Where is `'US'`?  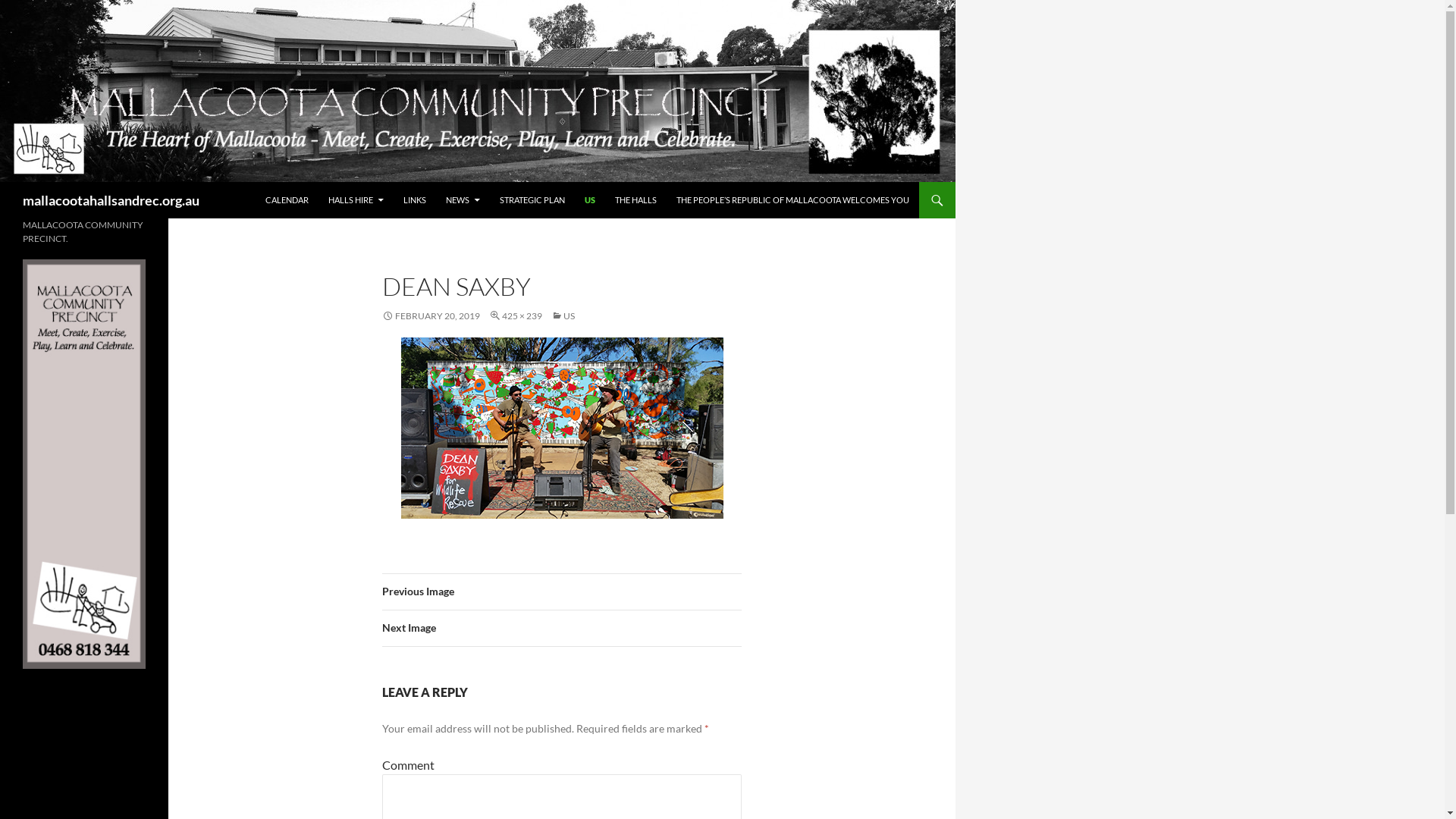 'US' is located at coordinates (562, 315).